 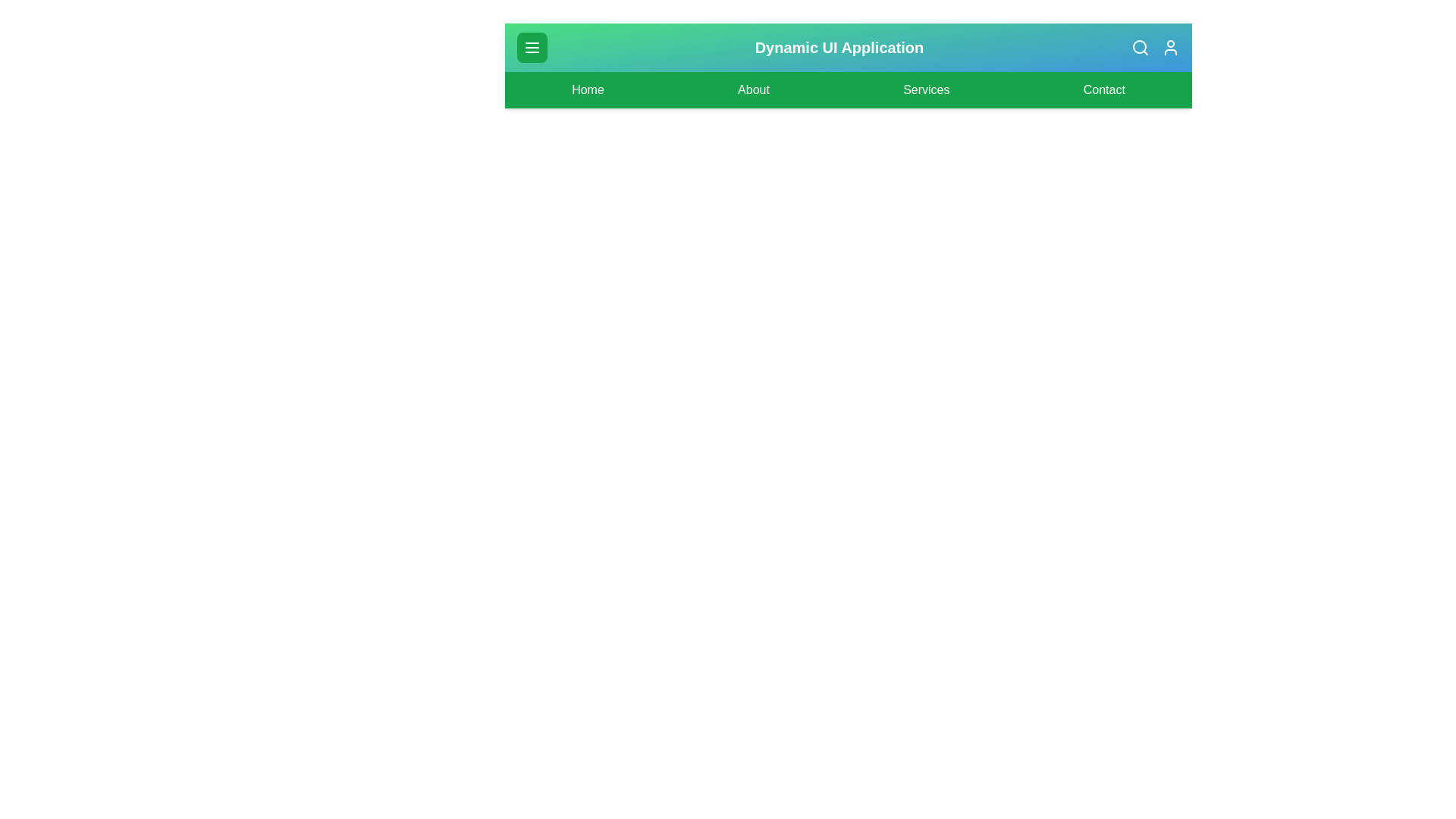 What do you see at coordinates (753, 90) in the screenshot?
I see `the navigation link labeled About` at bounding box center [753, 90].